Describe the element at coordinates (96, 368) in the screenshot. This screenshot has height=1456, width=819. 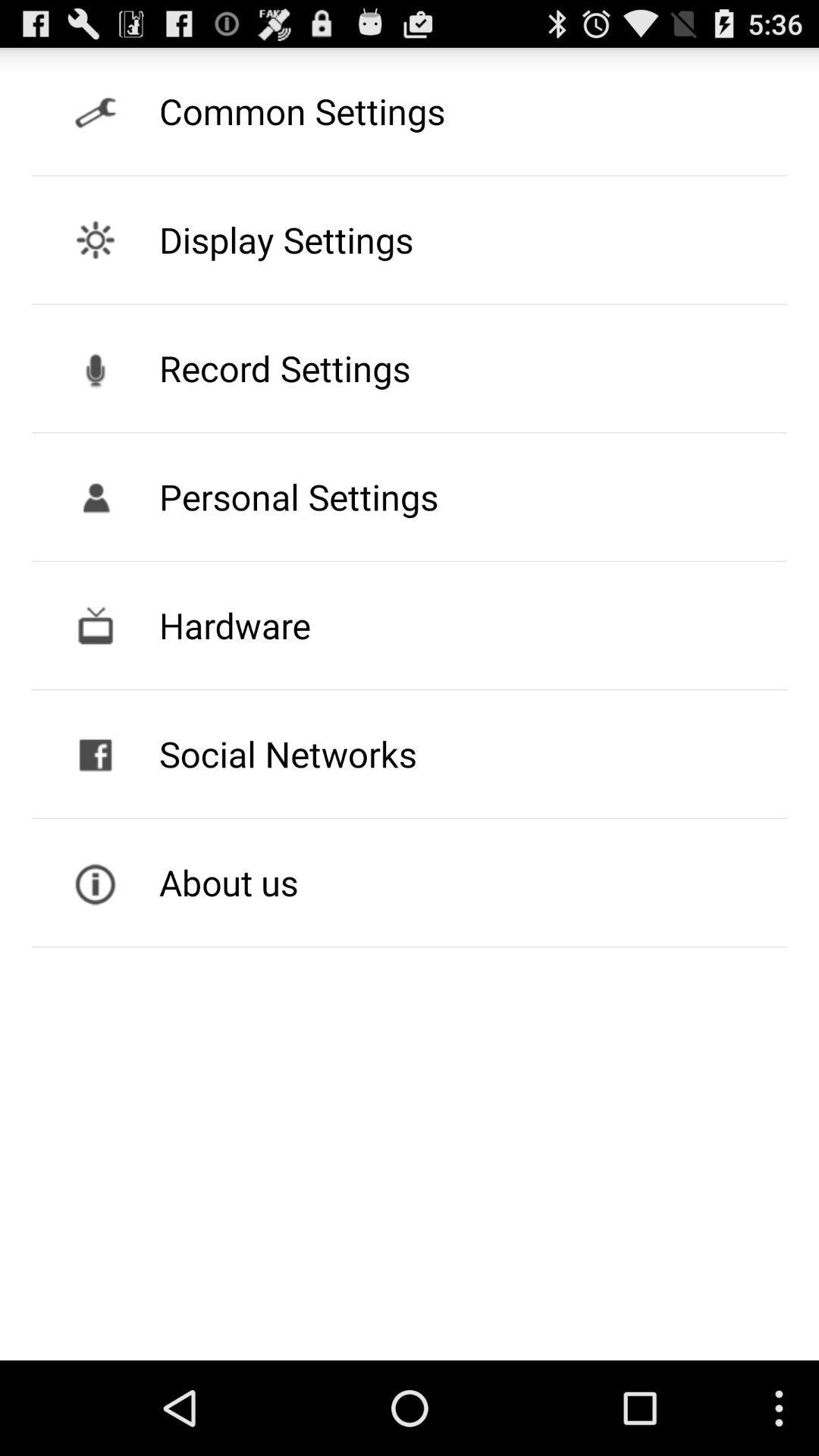
I see `the record button beside record settings` at that location.